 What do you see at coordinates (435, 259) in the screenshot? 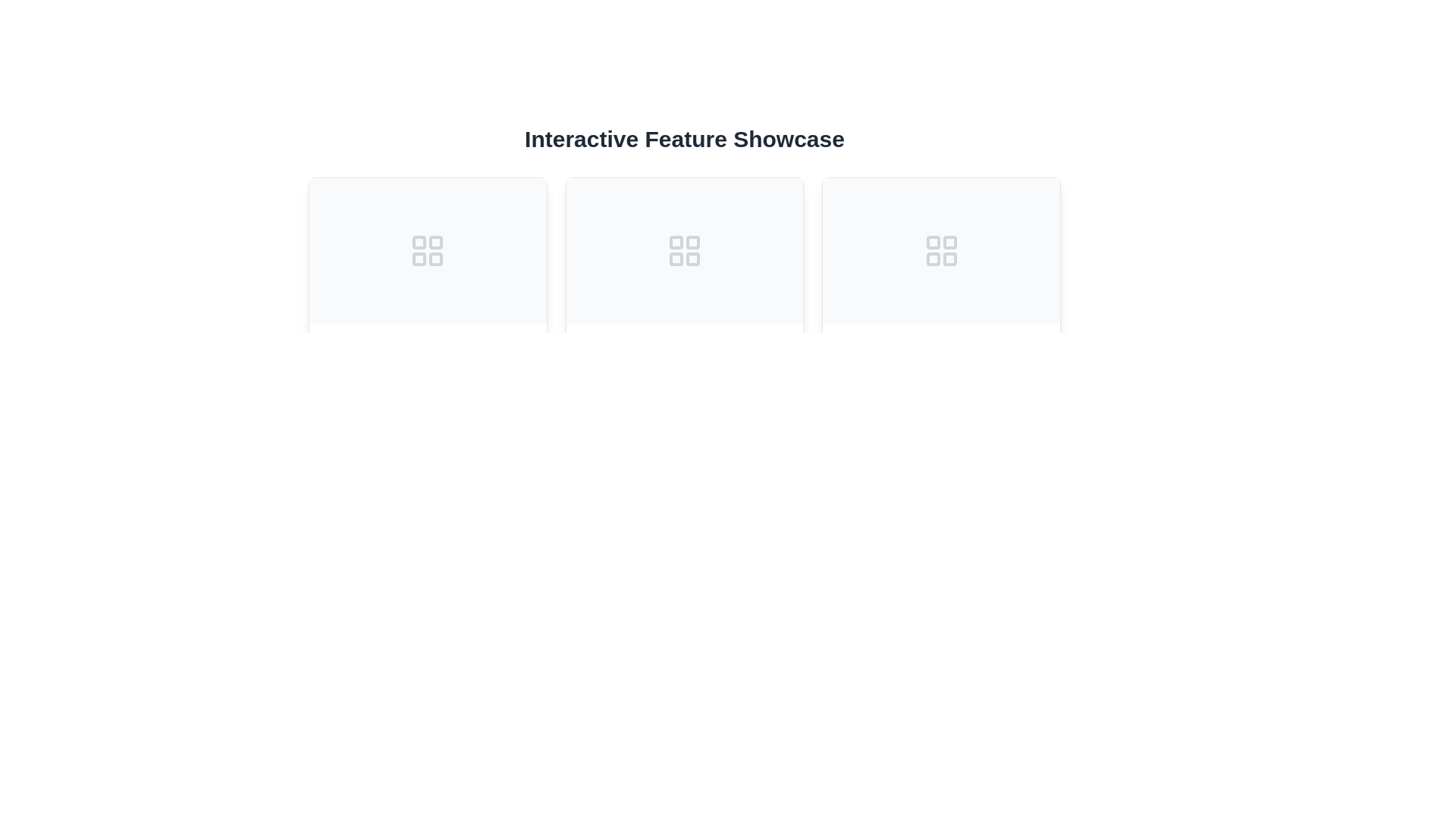
I see `the bottom-right square grid cell element within the 2x2 grid, which is styled in a subdued gray color and located in the bottom-right corner of the grid` at bounding box center [435, 259].